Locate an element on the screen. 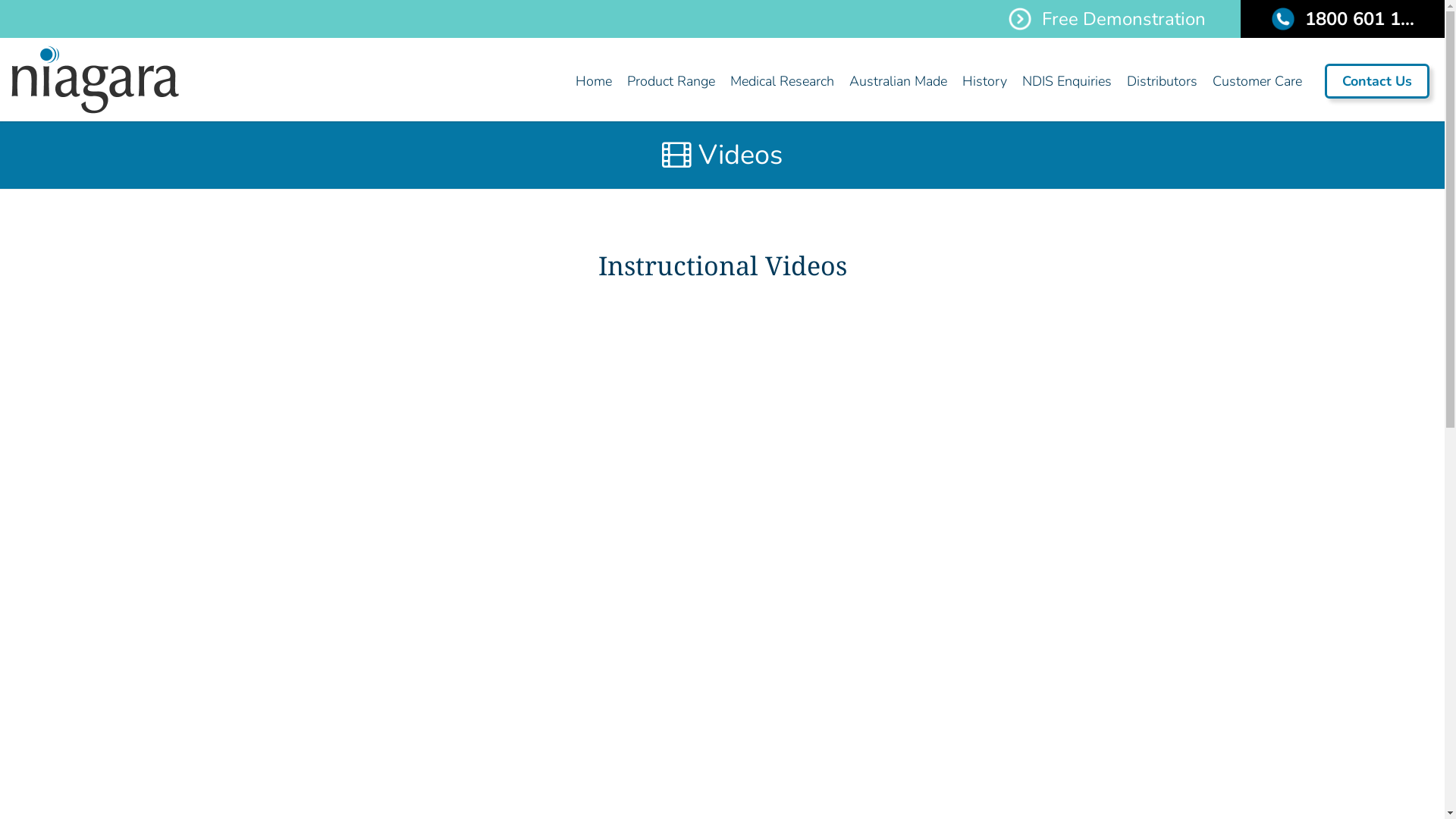  'Free Demonstration' is located at coordinates (1106, 18).